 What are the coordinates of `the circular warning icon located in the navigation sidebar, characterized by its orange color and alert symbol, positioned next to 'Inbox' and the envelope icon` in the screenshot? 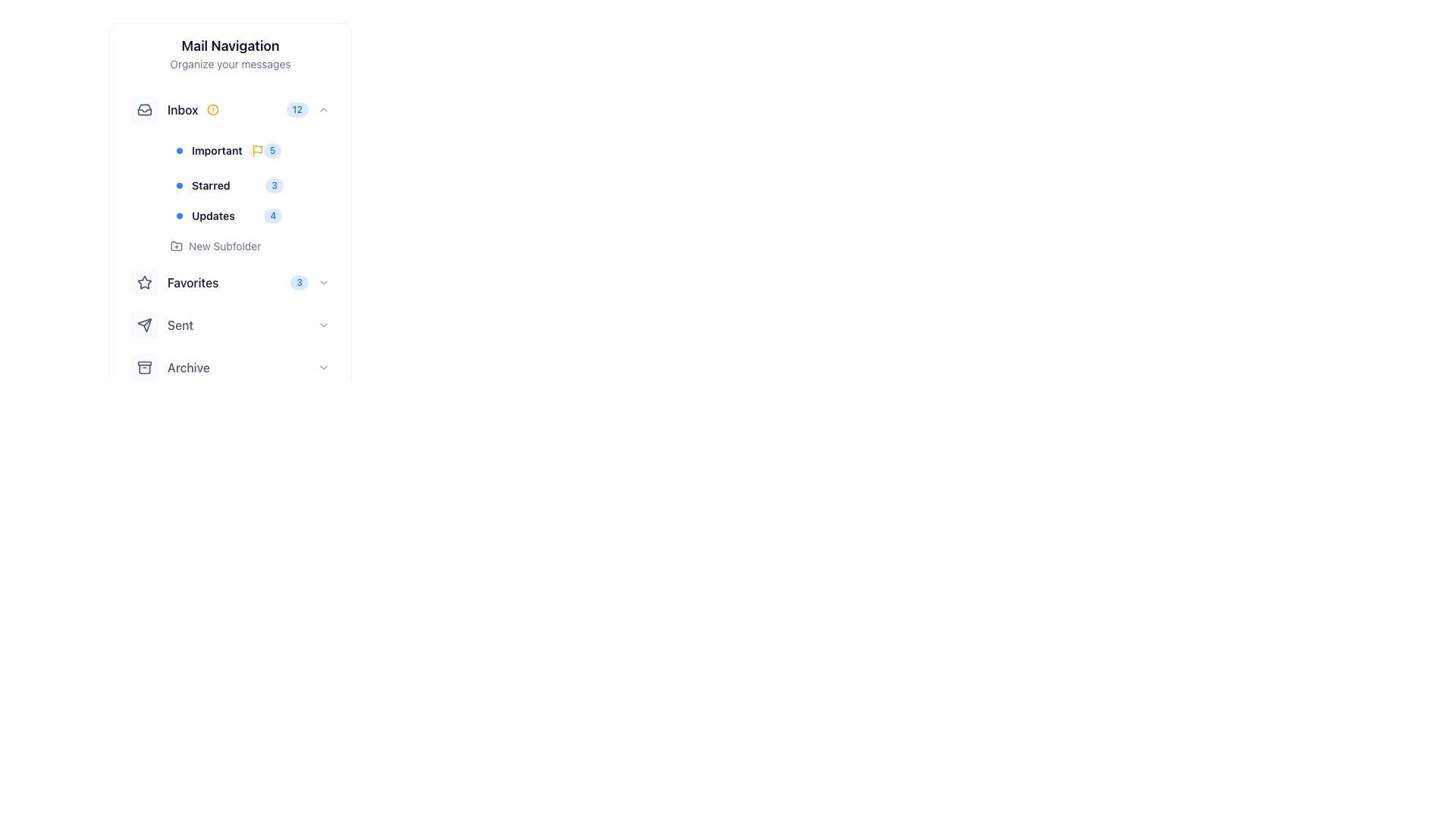 It's located at (212, 109).